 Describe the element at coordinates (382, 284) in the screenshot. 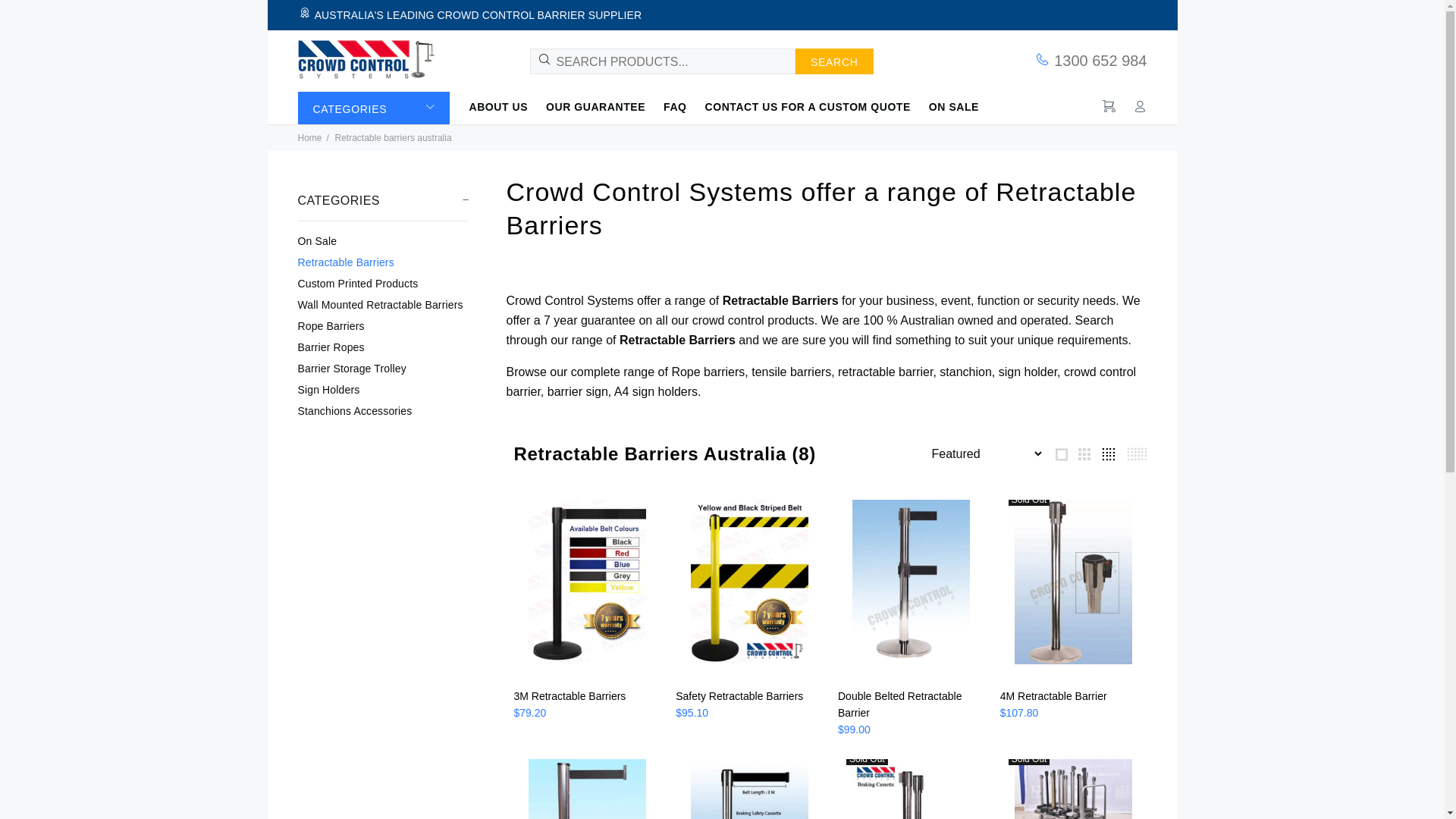

I see `'Custom Printed Products'` at that location.